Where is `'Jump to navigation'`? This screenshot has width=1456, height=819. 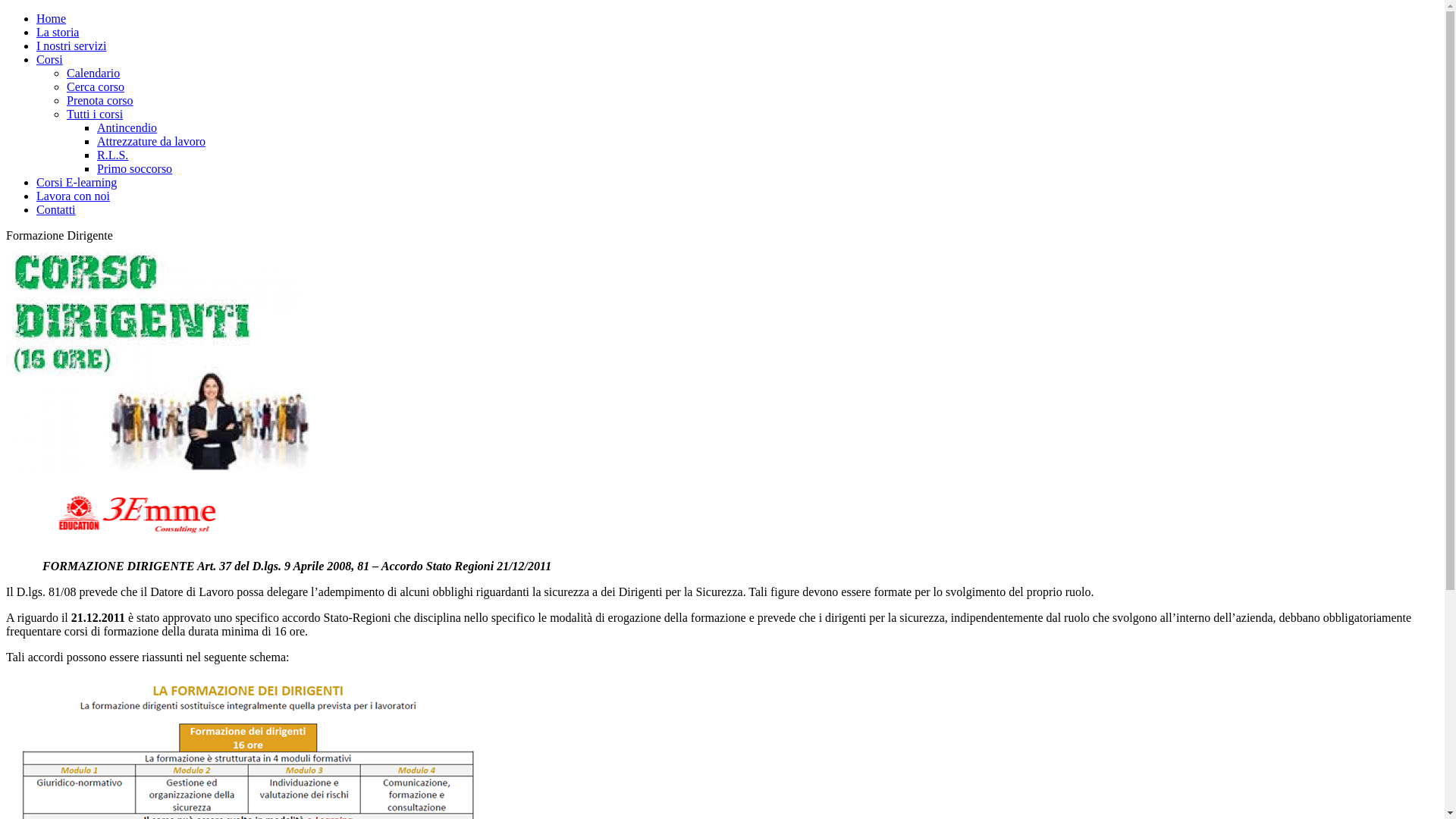
'Jump to navigation' is located at coordinates (52, 12).